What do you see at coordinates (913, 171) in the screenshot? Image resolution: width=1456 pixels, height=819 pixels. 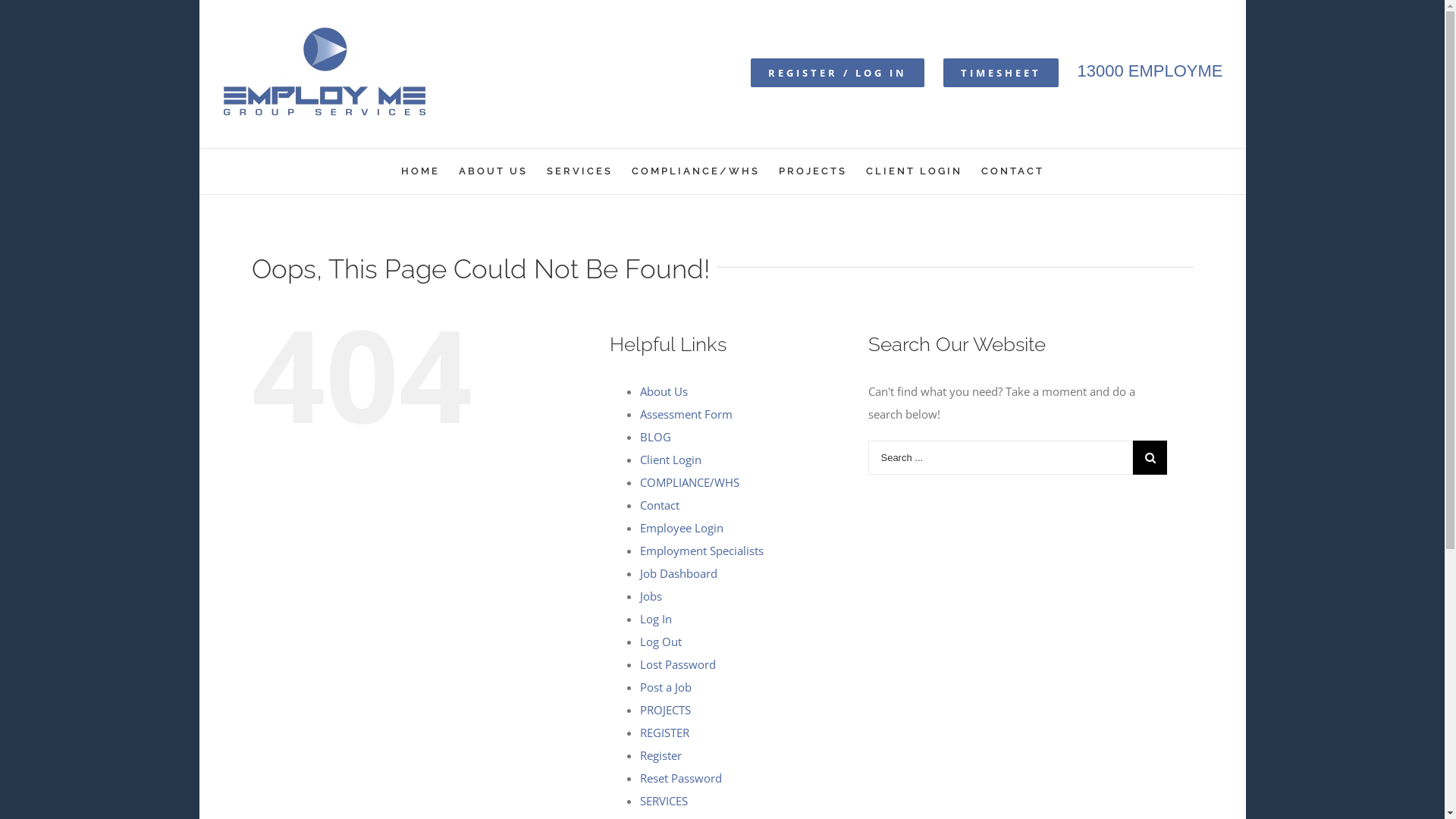 I see `'CLIENT LOGIN'` at bounding box center [913, 171].